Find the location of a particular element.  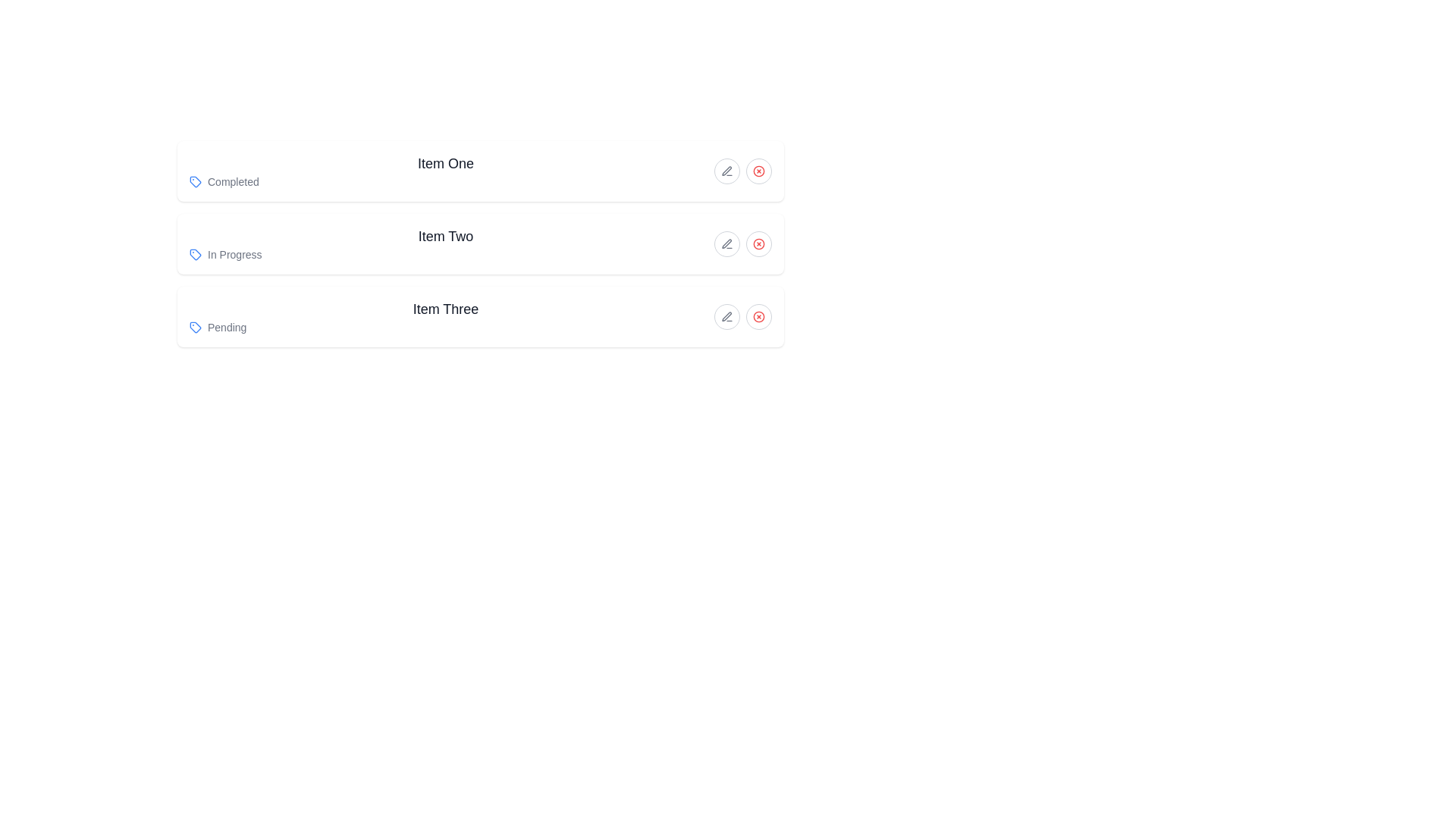

the edit button located to the right of 'Item One' in the top item of the vertical list is located at coordinates (726, 171).